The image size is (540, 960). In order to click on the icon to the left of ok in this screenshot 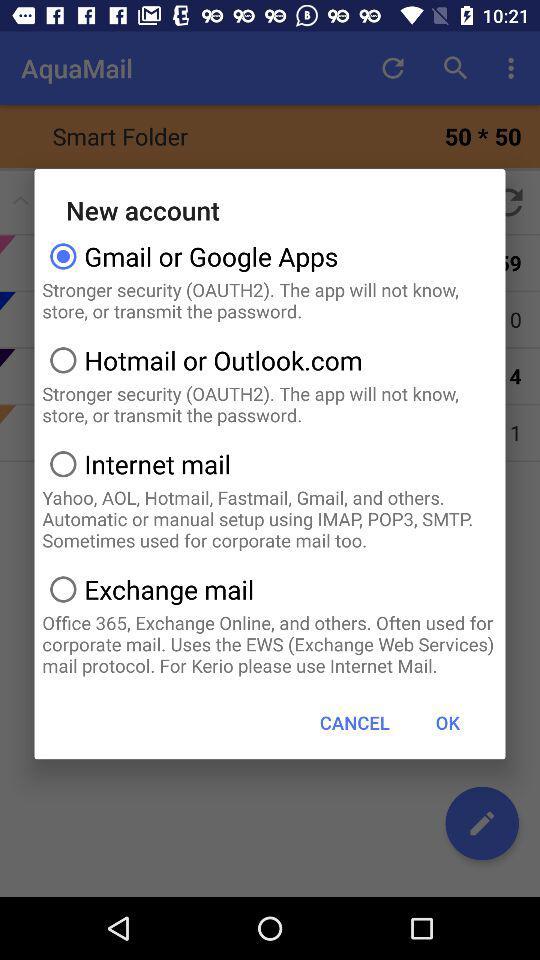, I will do `click(353, 721)`.